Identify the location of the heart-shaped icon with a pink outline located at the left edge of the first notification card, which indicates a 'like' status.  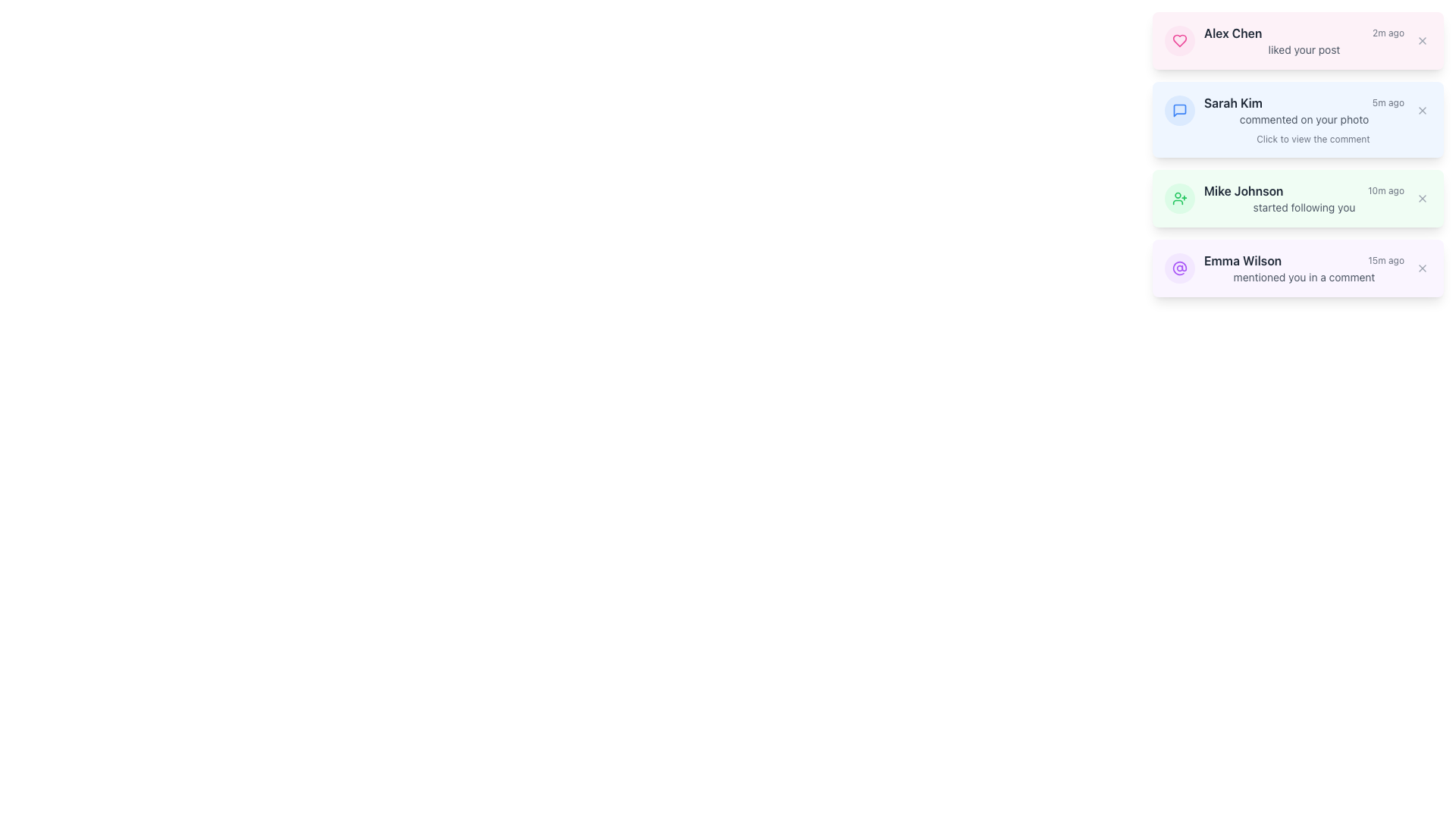
(1178, 40).